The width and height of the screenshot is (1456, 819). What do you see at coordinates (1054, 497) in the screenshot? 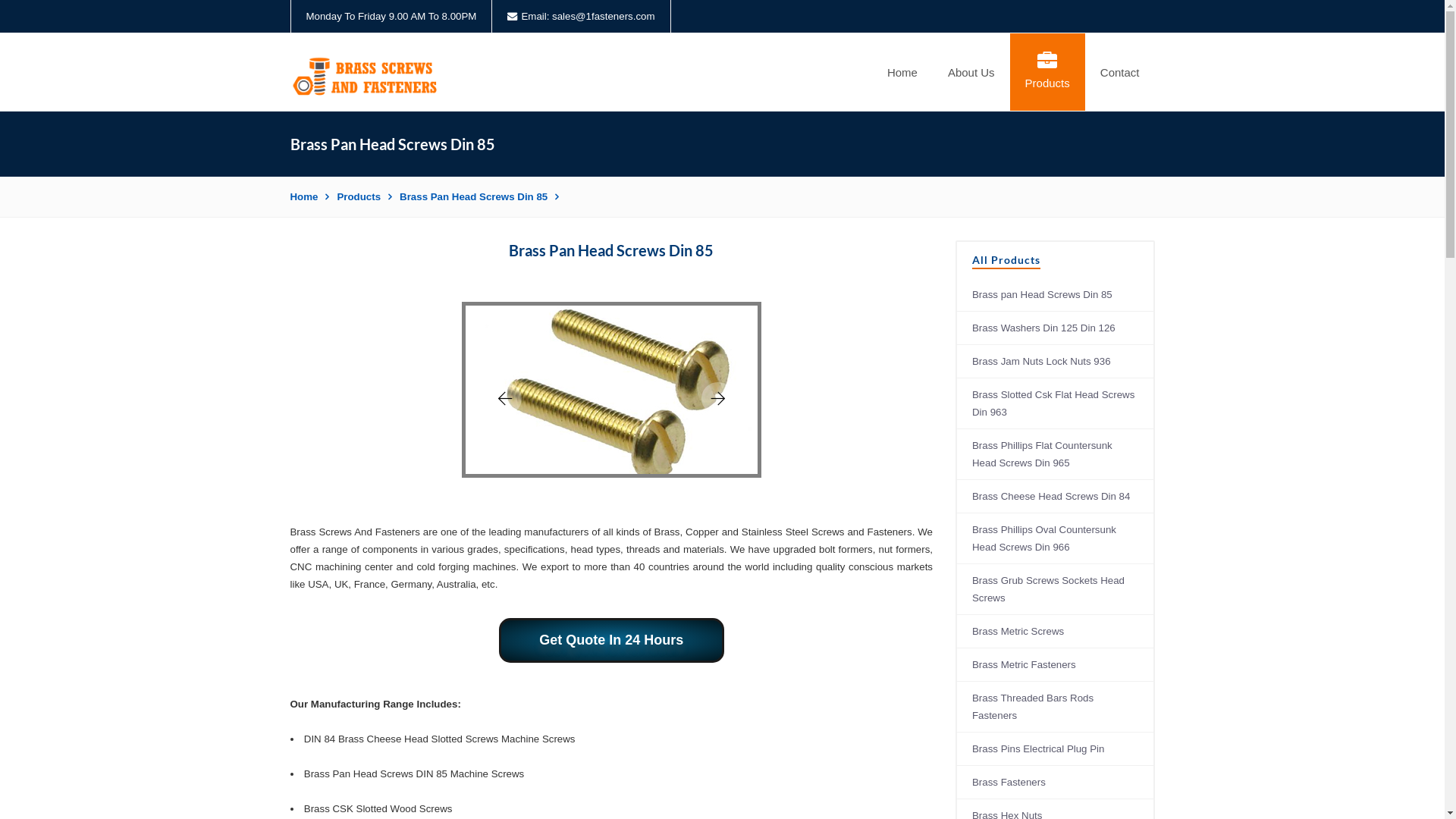
I see `'Brass Cheese Head Screws Din 84'` at bounding box center [1054, 497].